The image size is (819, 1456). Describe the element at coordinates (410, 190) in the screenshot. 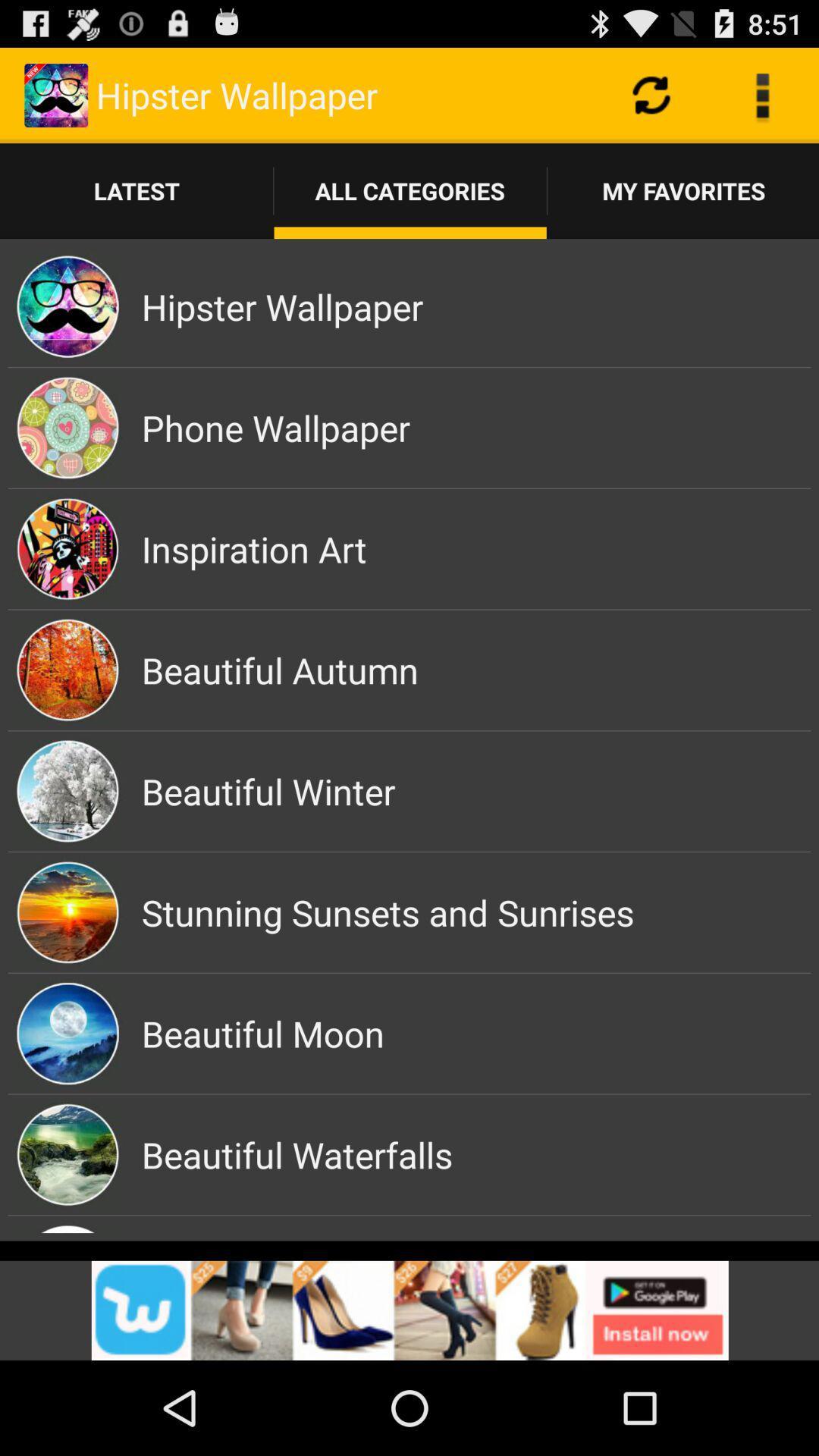

I see `the button which is next to the latest` at that location.